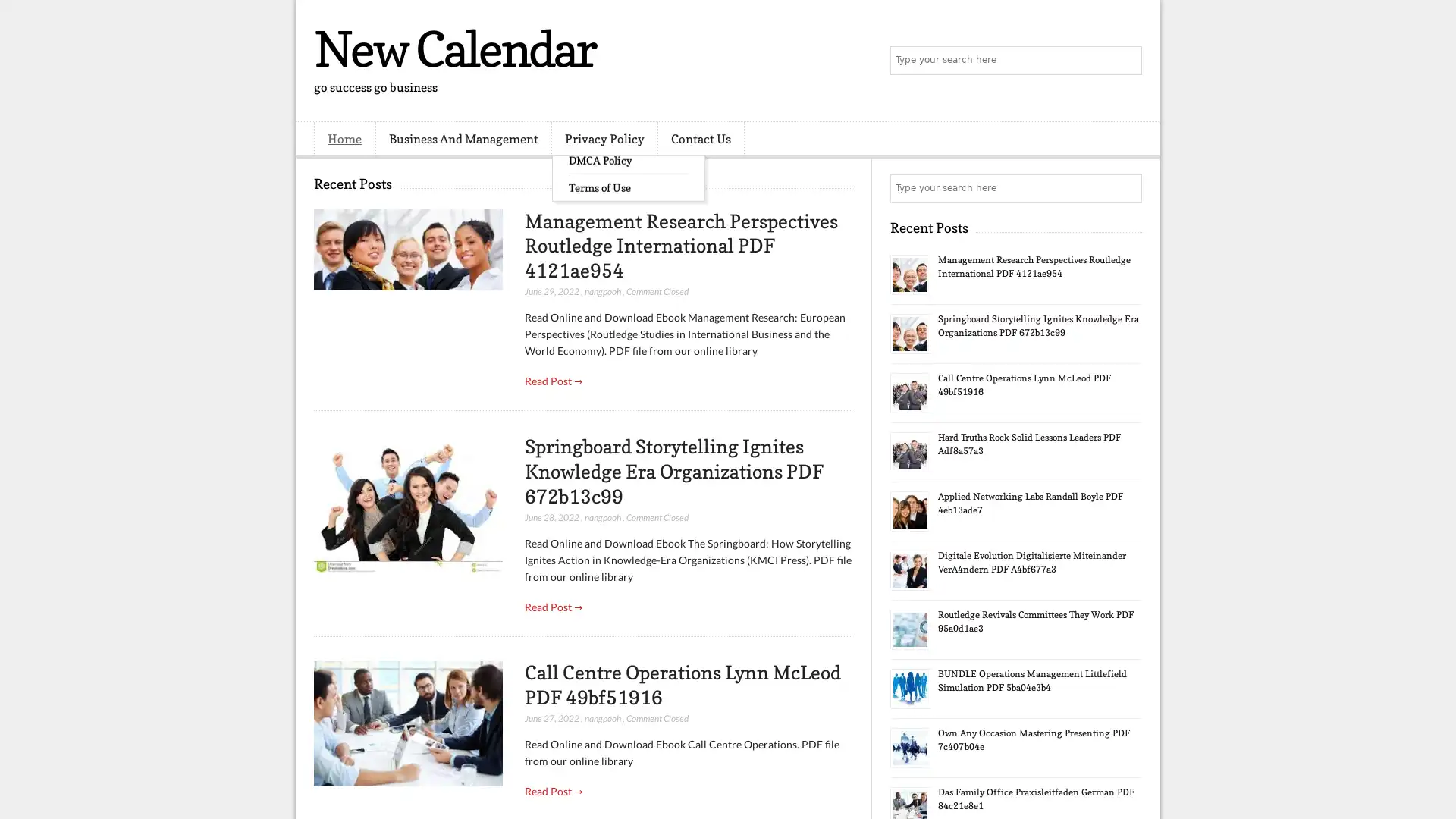 The width and height of the screenshot is (1456, 819). What do you see at coordinates (1126, 61) in the screenshot?
I see `Search` at bounding box center [1126, 61].